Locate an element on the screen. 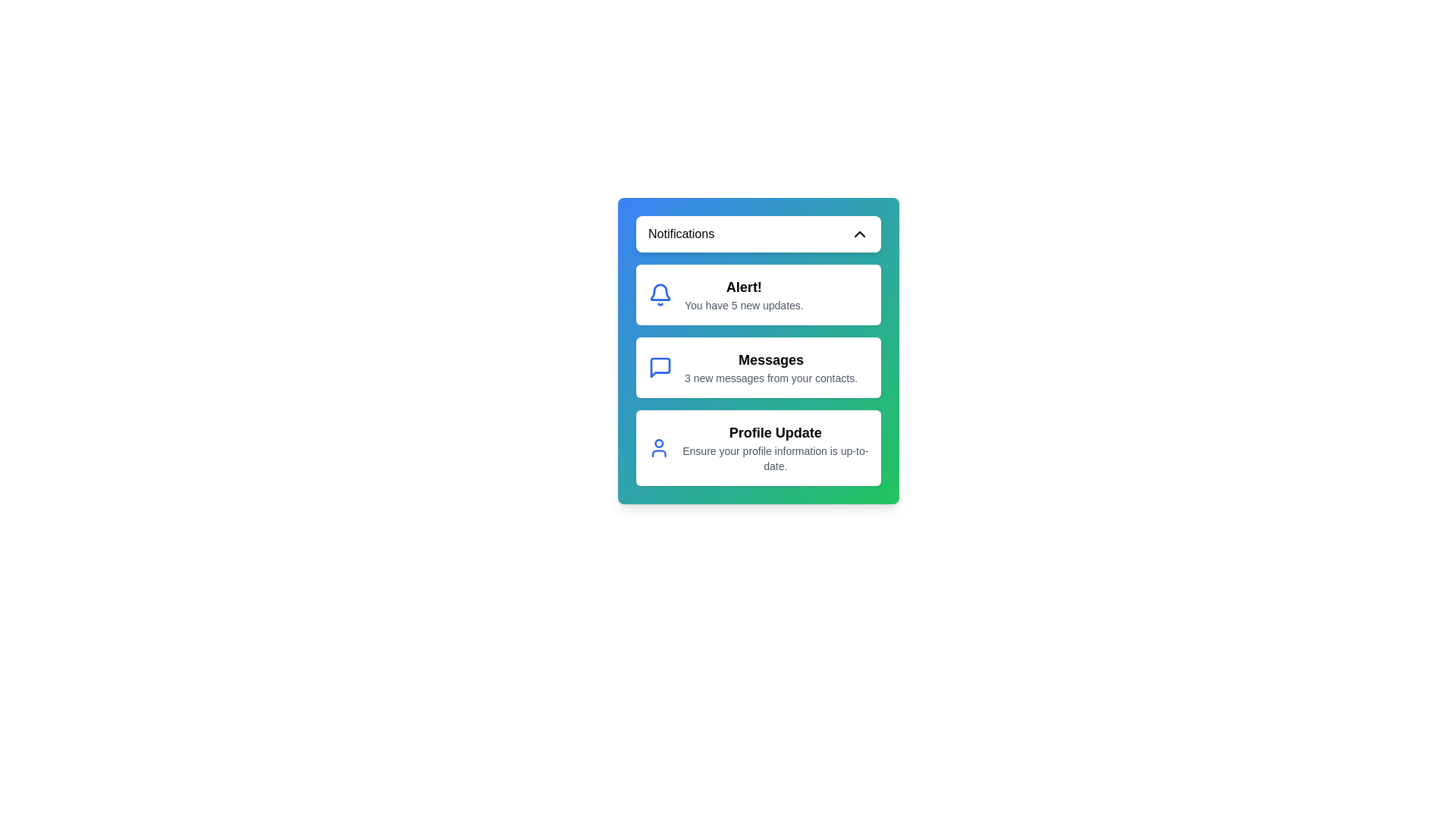  the notification icon corresponding to Profile Update is located at coordinates (658, 447).